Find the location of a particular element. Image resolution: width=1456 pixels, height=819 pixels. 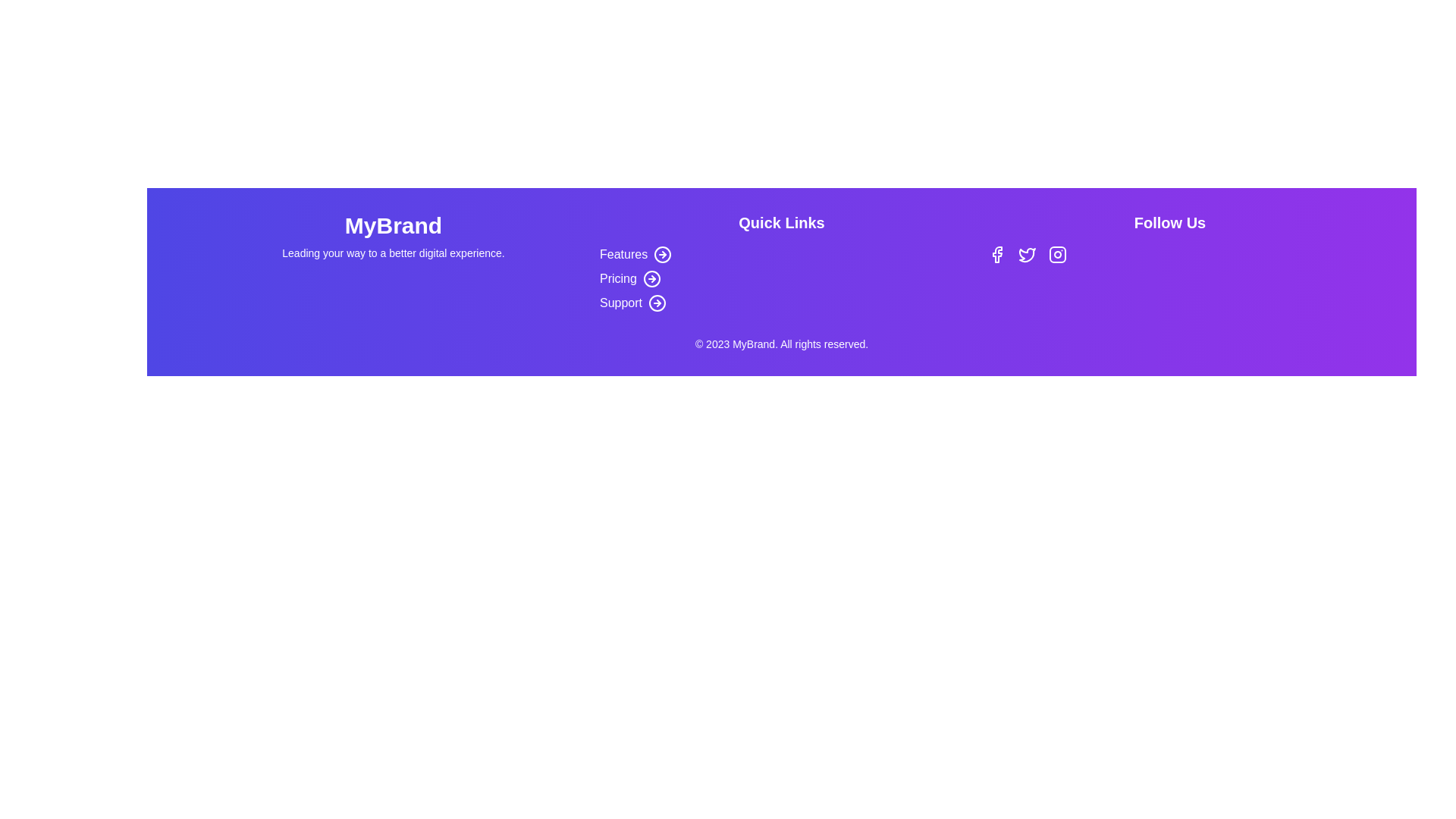

the central rounded square within the last icon to the right in the 'Follow Us' section of the footer is located at coordinates (1057, 253).